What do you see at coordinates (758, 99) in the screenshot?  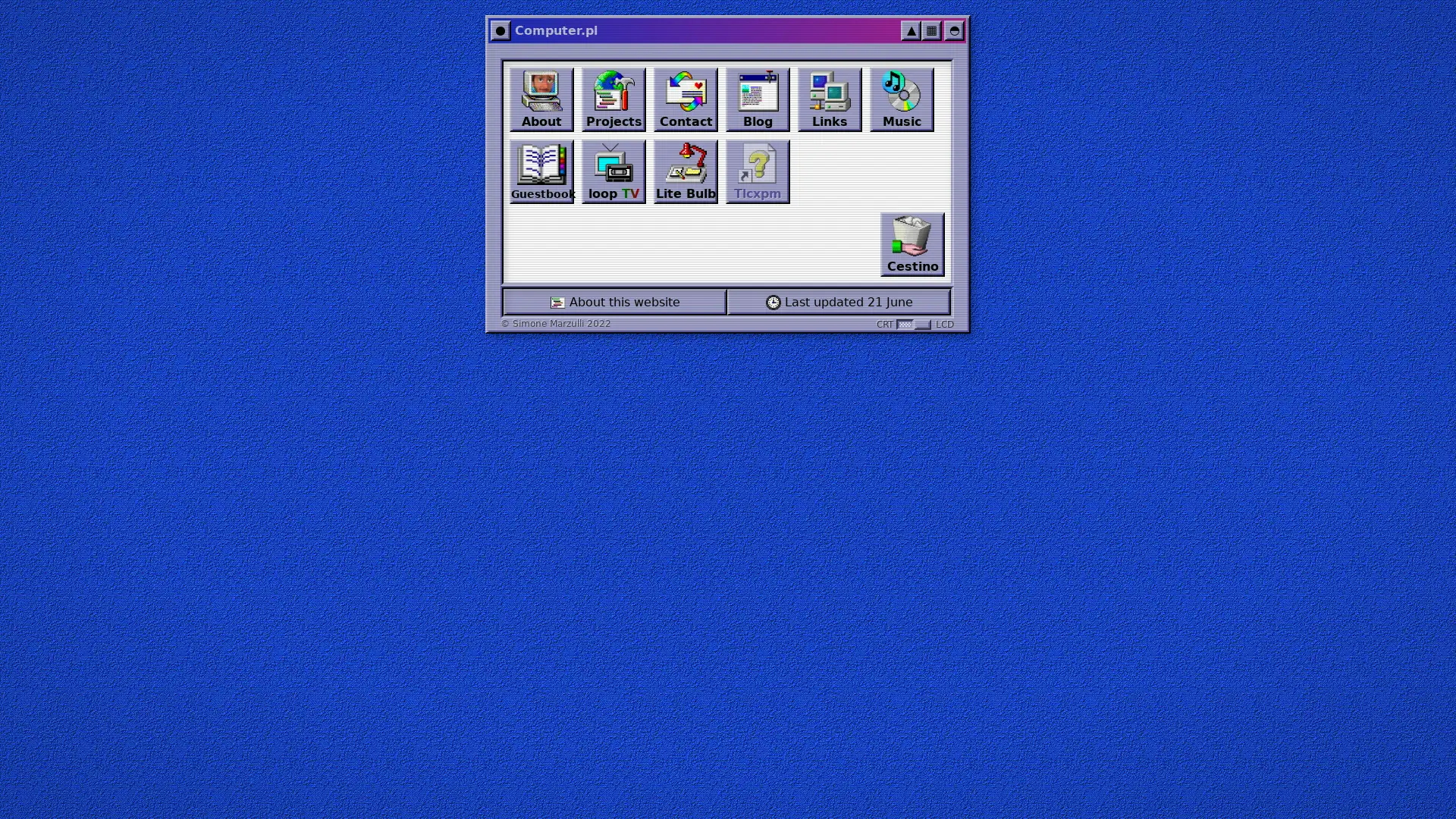 I see `blog Blog` at bounding box center [758, 99].